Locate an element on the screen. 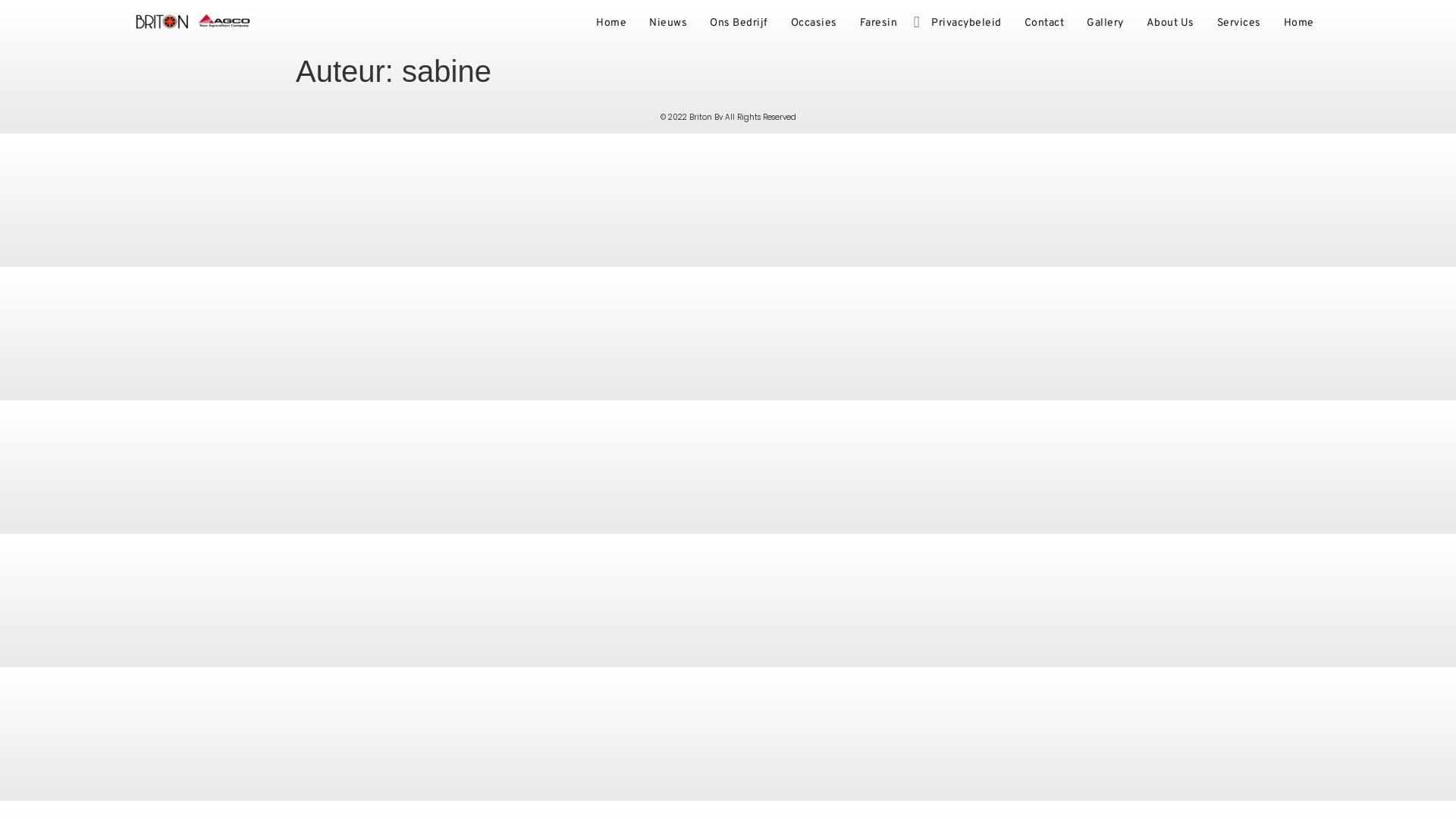 This screenshot has width=1456, height=819. 'Contact' is located at coordinates (1043, 23).